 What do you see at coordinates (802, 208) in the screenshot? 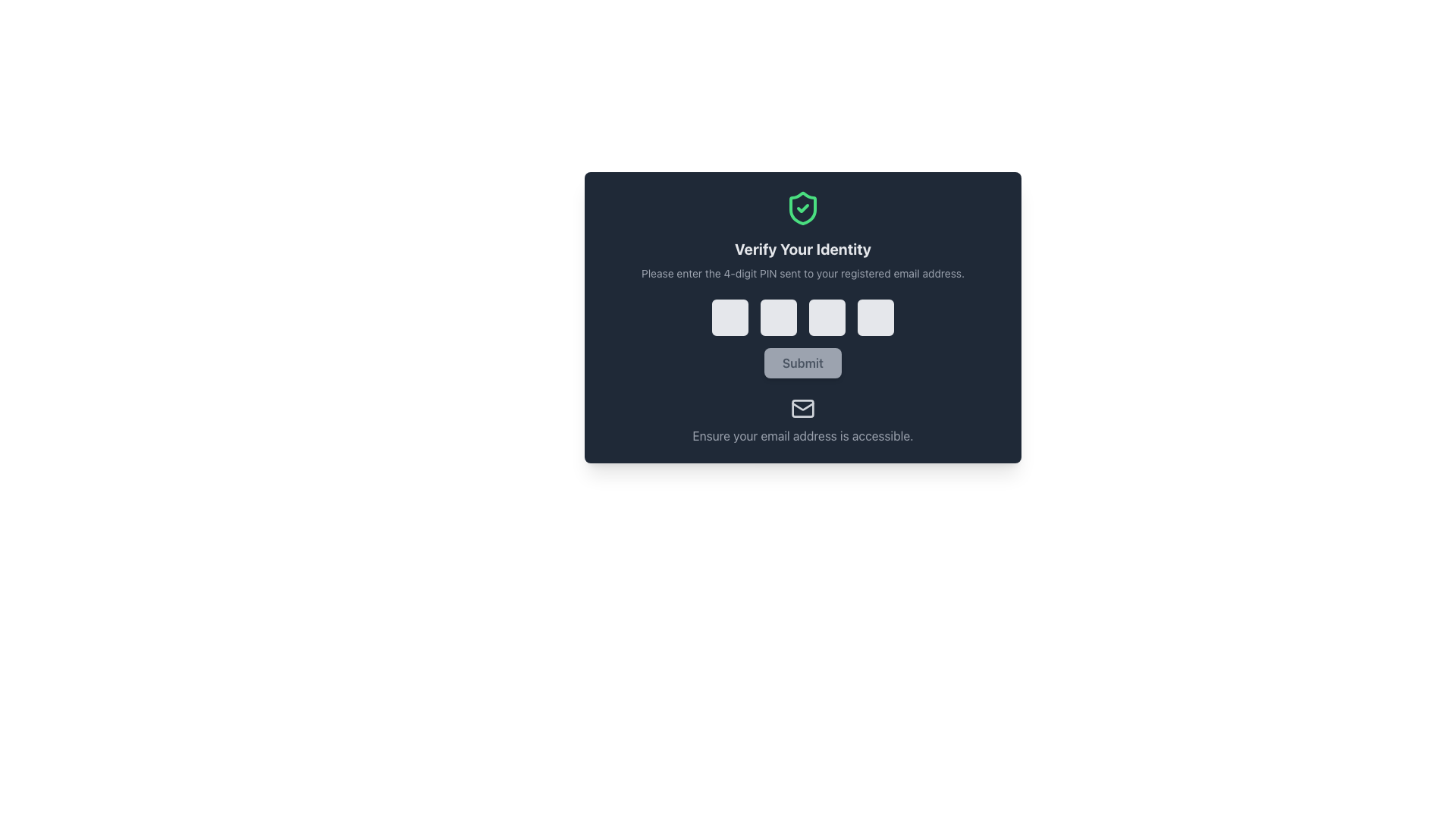
I see `the green shield-shaped icon with a checkmark located above the title text 'Verify Your Identity' in the form panel` at bounding box center [802, 208].